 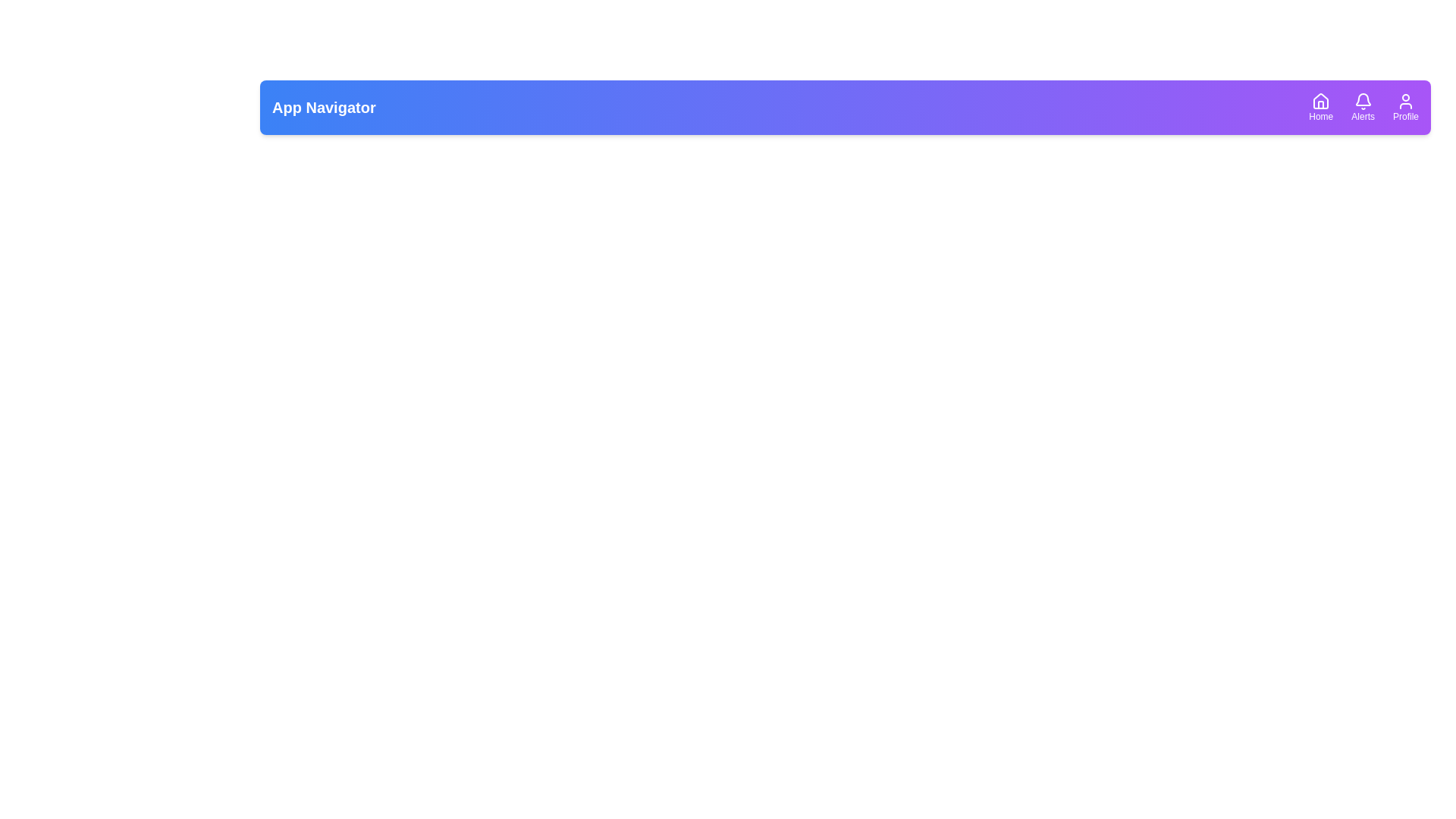 What do you see at coordinates (323, 107) in the screenshot?
I see `the static text element displaying the title 'App Navigator' in bold white font, located in the gradient rectangular header` at bounding box center [323, 107].